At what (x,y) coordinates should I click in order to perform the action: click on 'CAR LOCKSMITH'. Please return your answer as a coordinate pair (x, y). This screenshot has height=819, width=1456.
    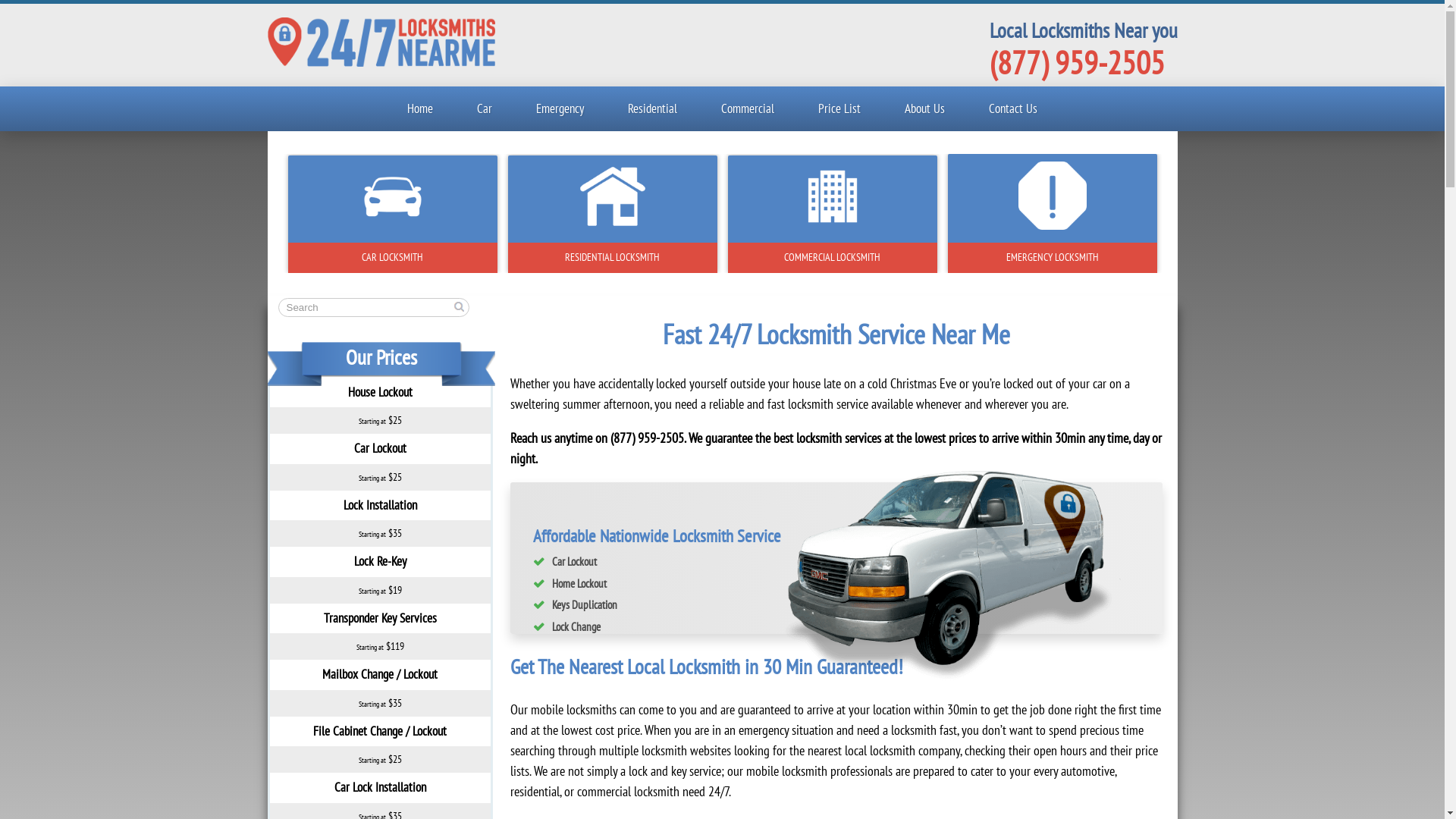
    Looking at the image, I should click on (393, 256).